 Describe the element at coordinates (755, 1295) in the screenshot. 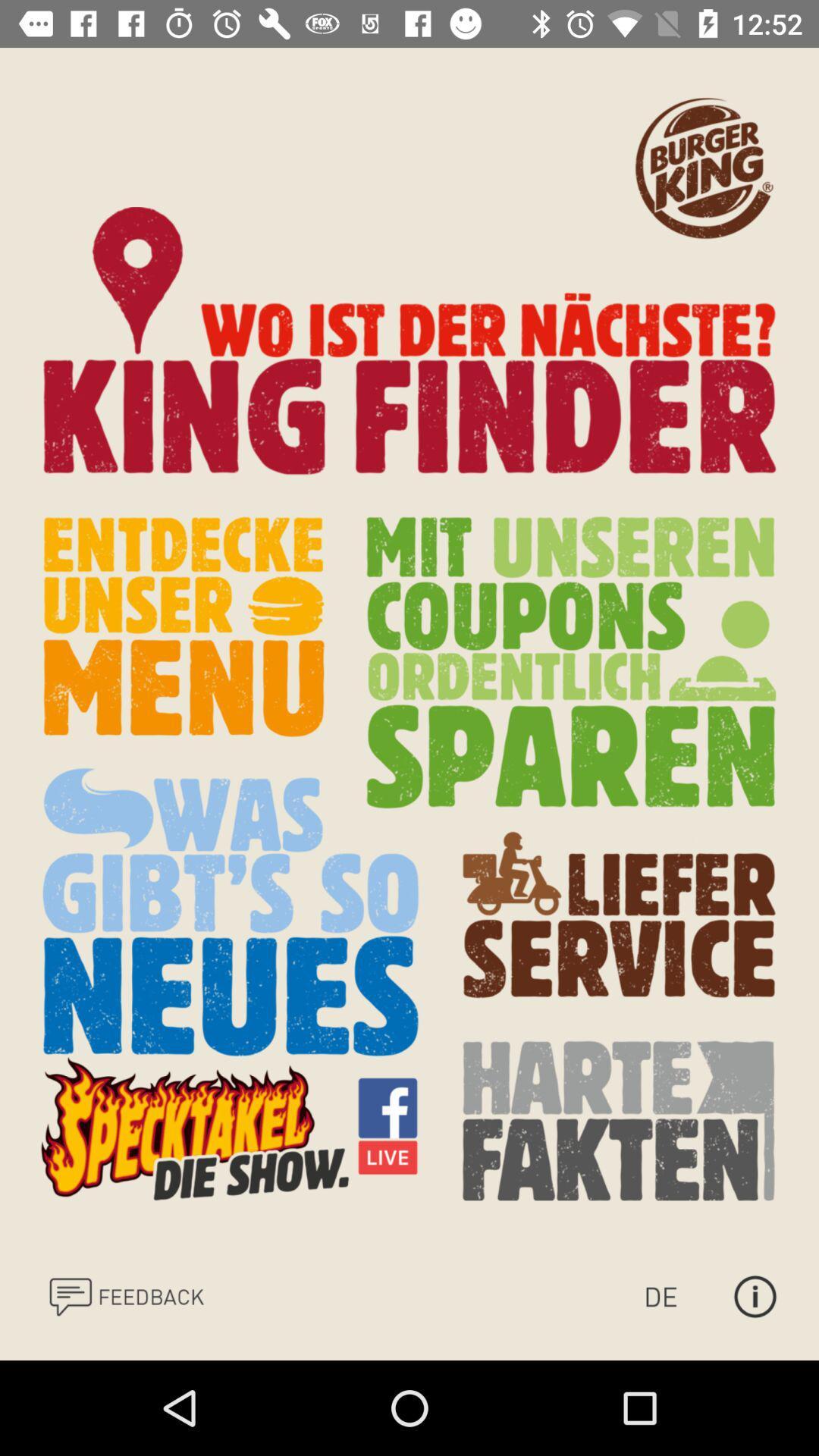

I see `open more information` at that location.